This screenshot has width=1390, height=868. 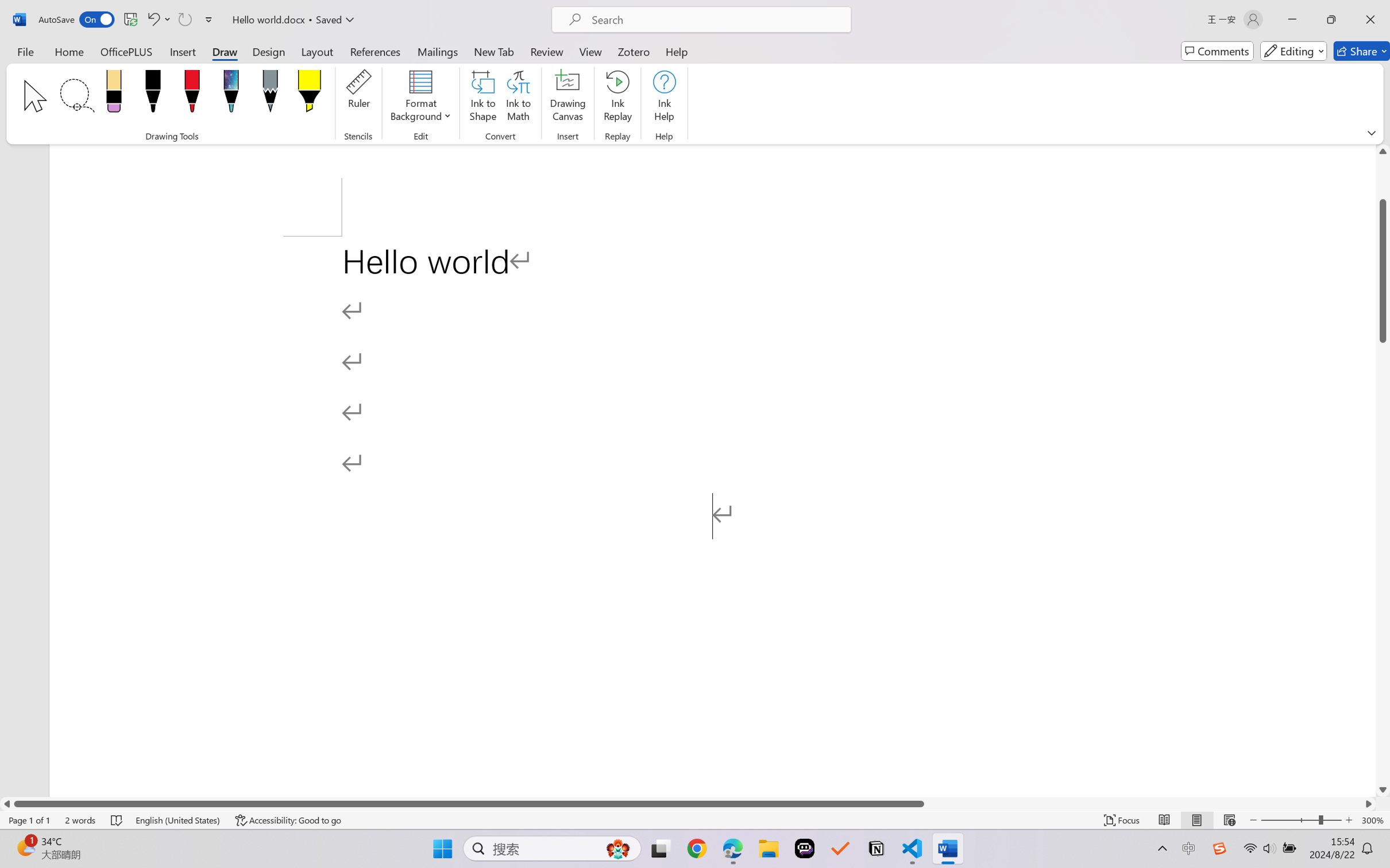 I want to click on 'Zoom', so click(x=1302, y=820).